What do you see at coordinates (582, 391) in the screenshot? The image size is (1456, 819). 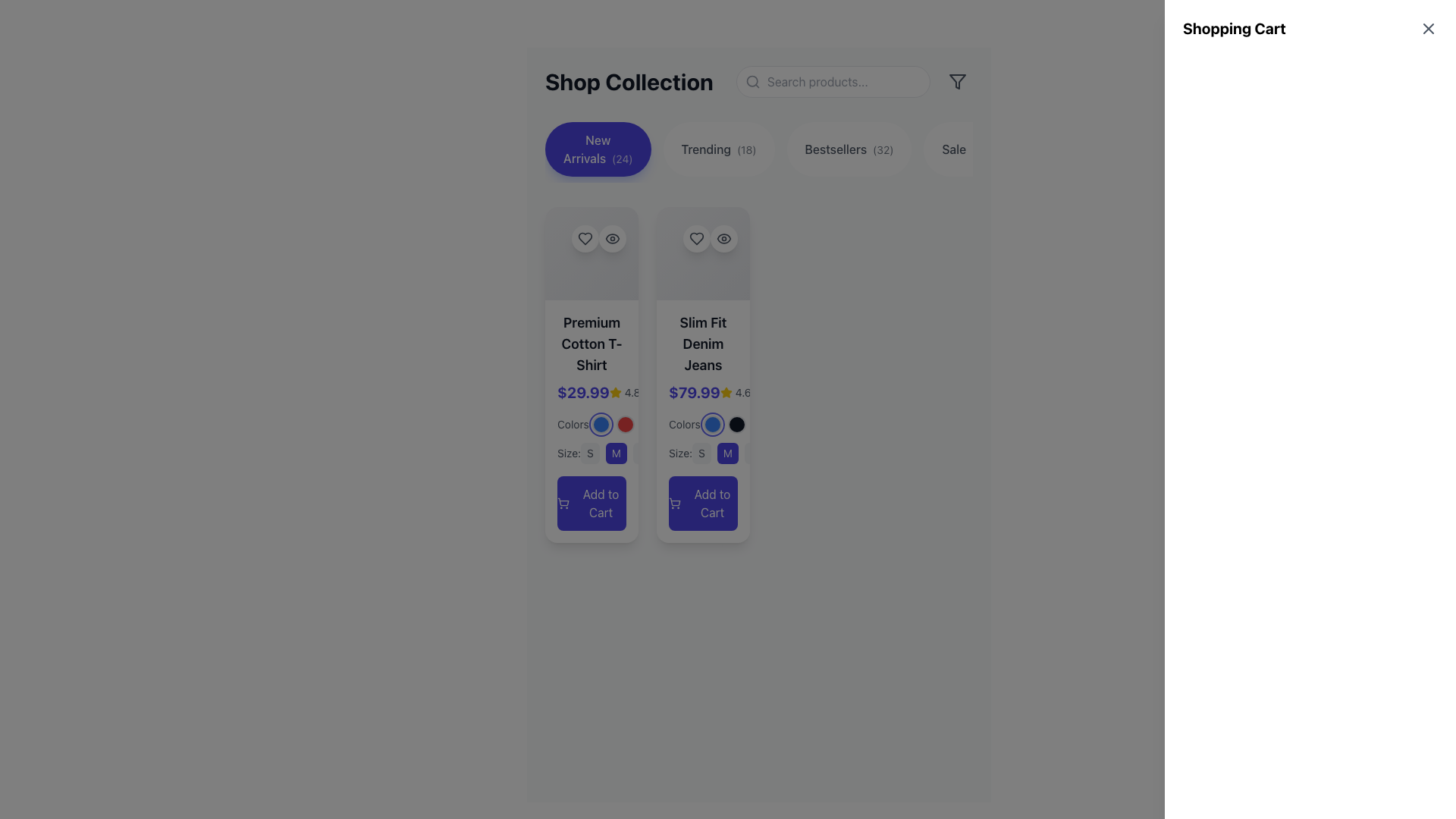 I see `the text label displaying the price '$29.99', which is styled in bold and large indigo font, located within the product card layout below the title 'Premium Cotton T-Shirt'` at bounding box center [582, 391].